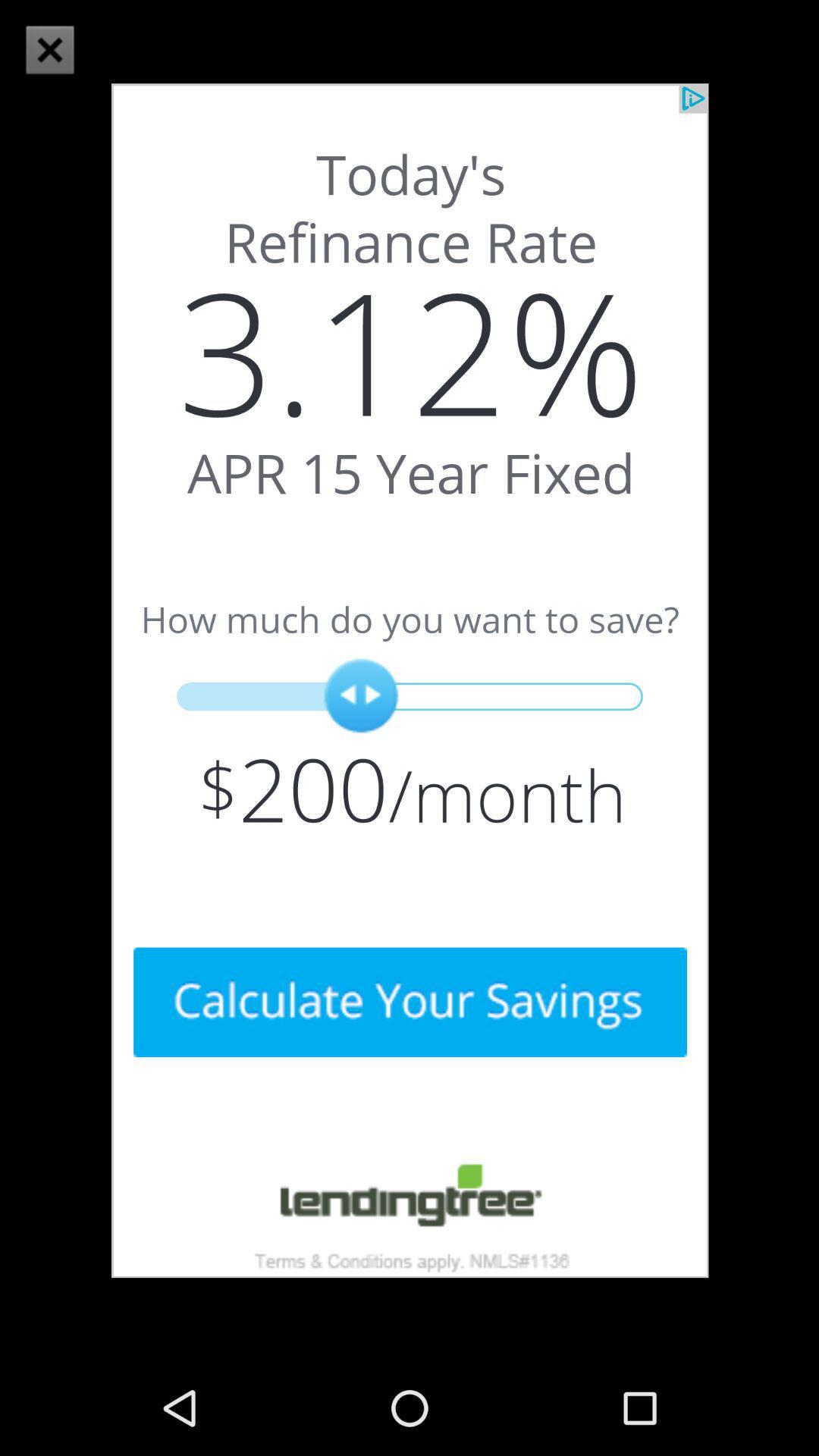 The width and height of the screenshot is (819, 1456). Describe the element at coordinates (49, 53) in the screenshot. I see `the close icon` at that location.